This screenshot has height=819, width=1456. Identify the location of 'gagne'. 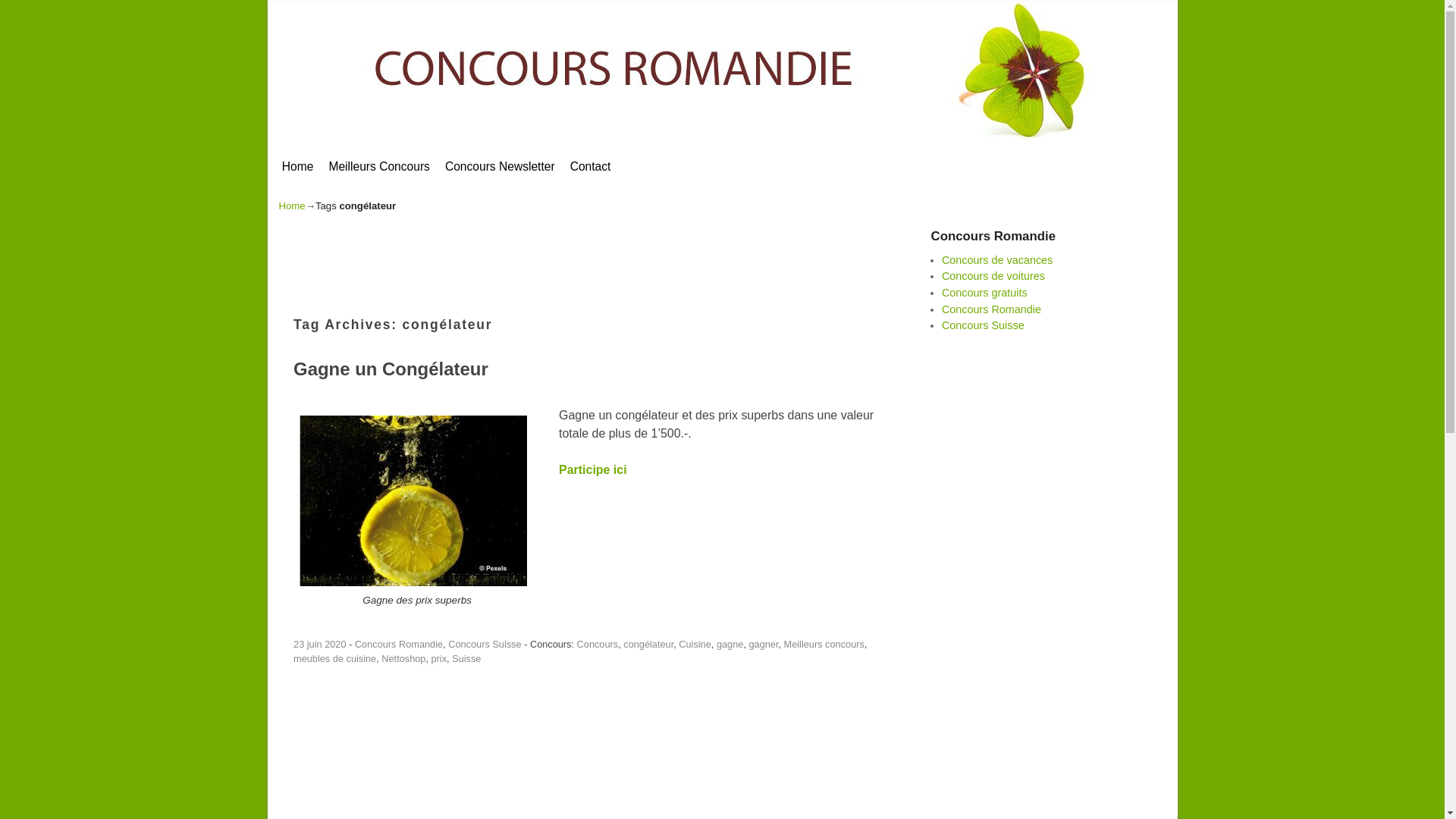
(730, 644).